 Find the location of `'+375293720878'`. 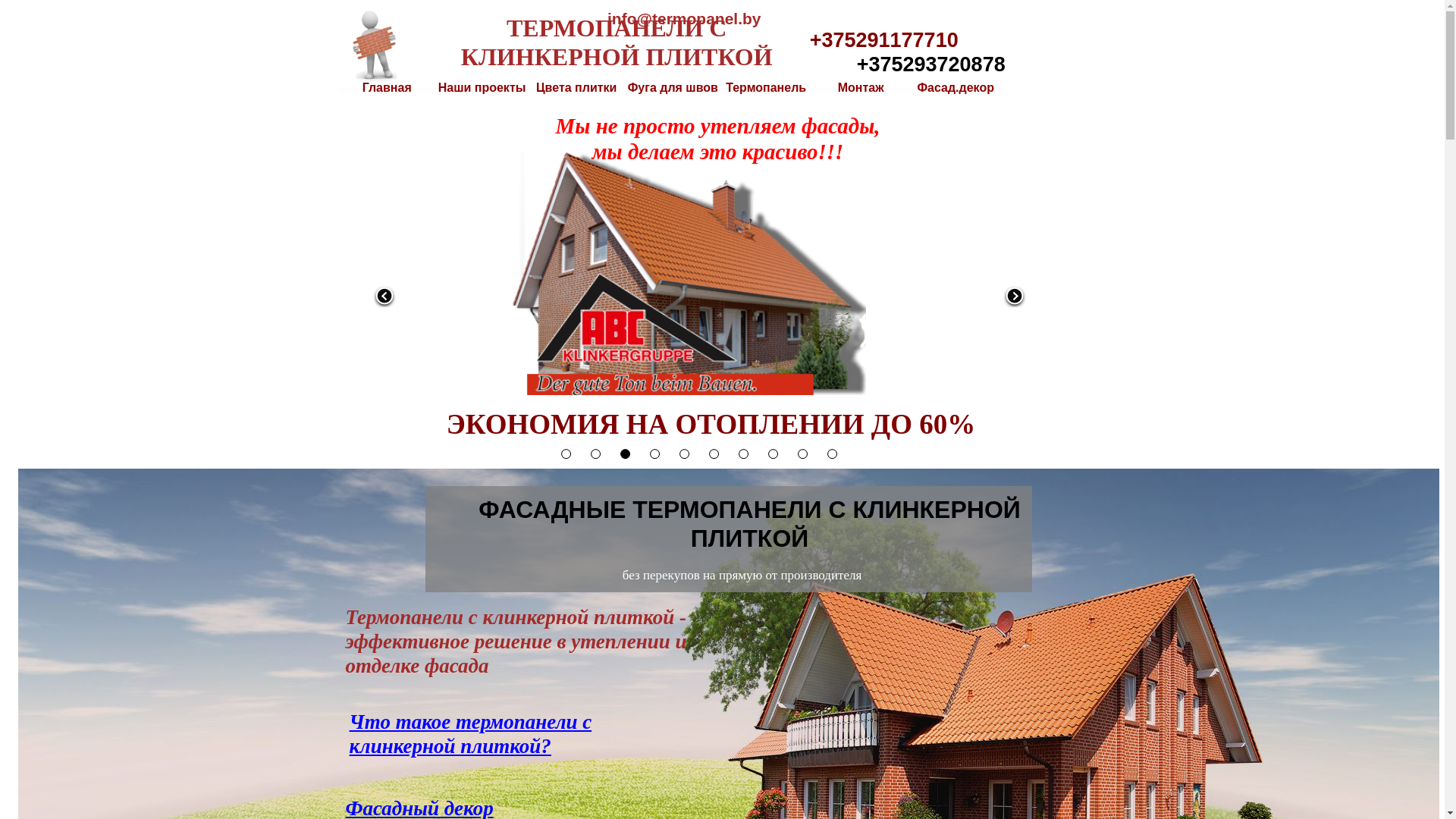

'+375293720878' is located at coordinates (856, 63).